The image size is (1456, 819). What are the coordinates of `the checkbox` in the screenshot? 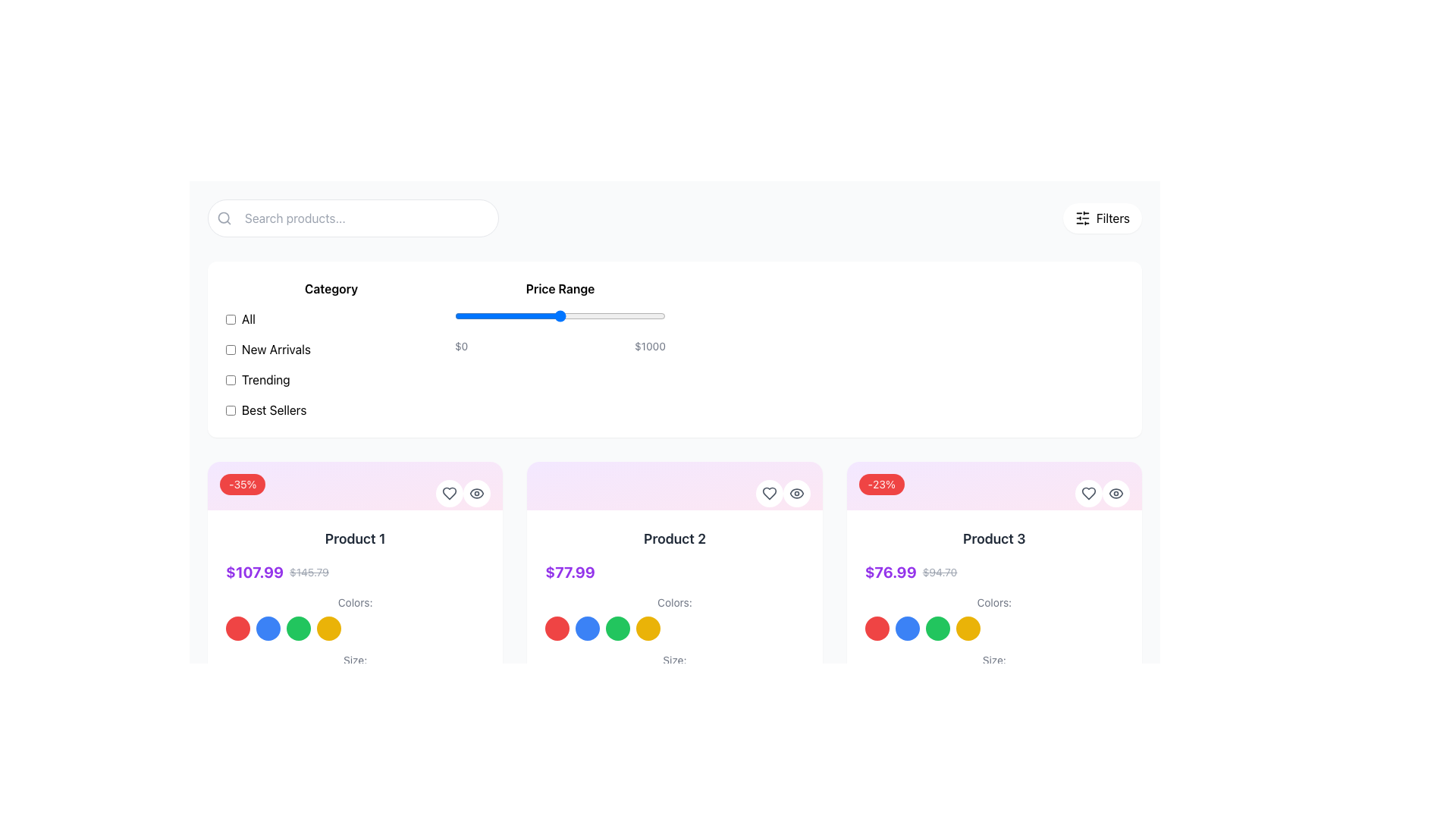 It's located at (248, 318).